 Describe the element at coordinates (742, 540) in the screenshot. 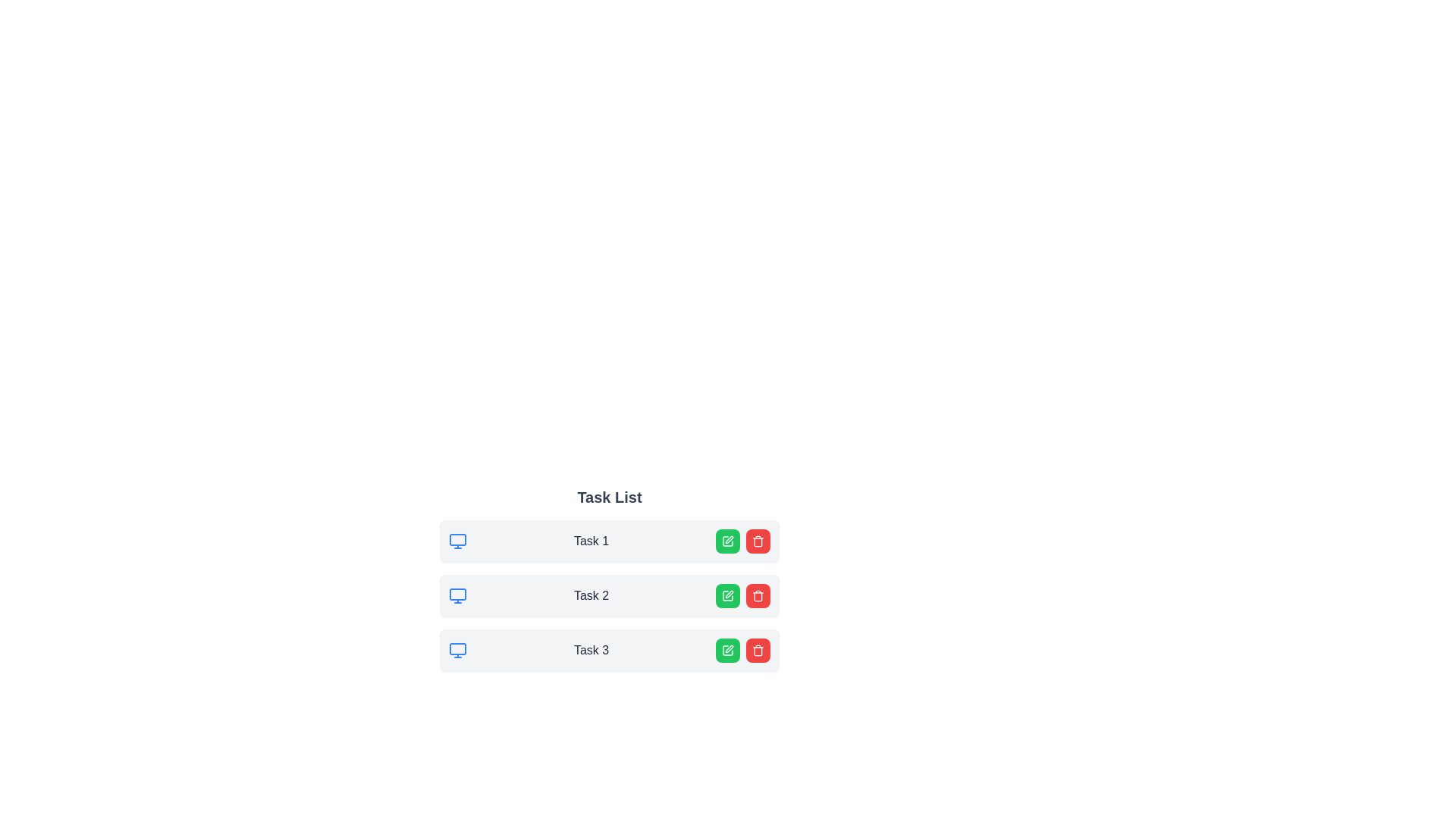

I see `the green edit button with the pencil icon in the button group for 'Task 1' to initiate editing` at that location.